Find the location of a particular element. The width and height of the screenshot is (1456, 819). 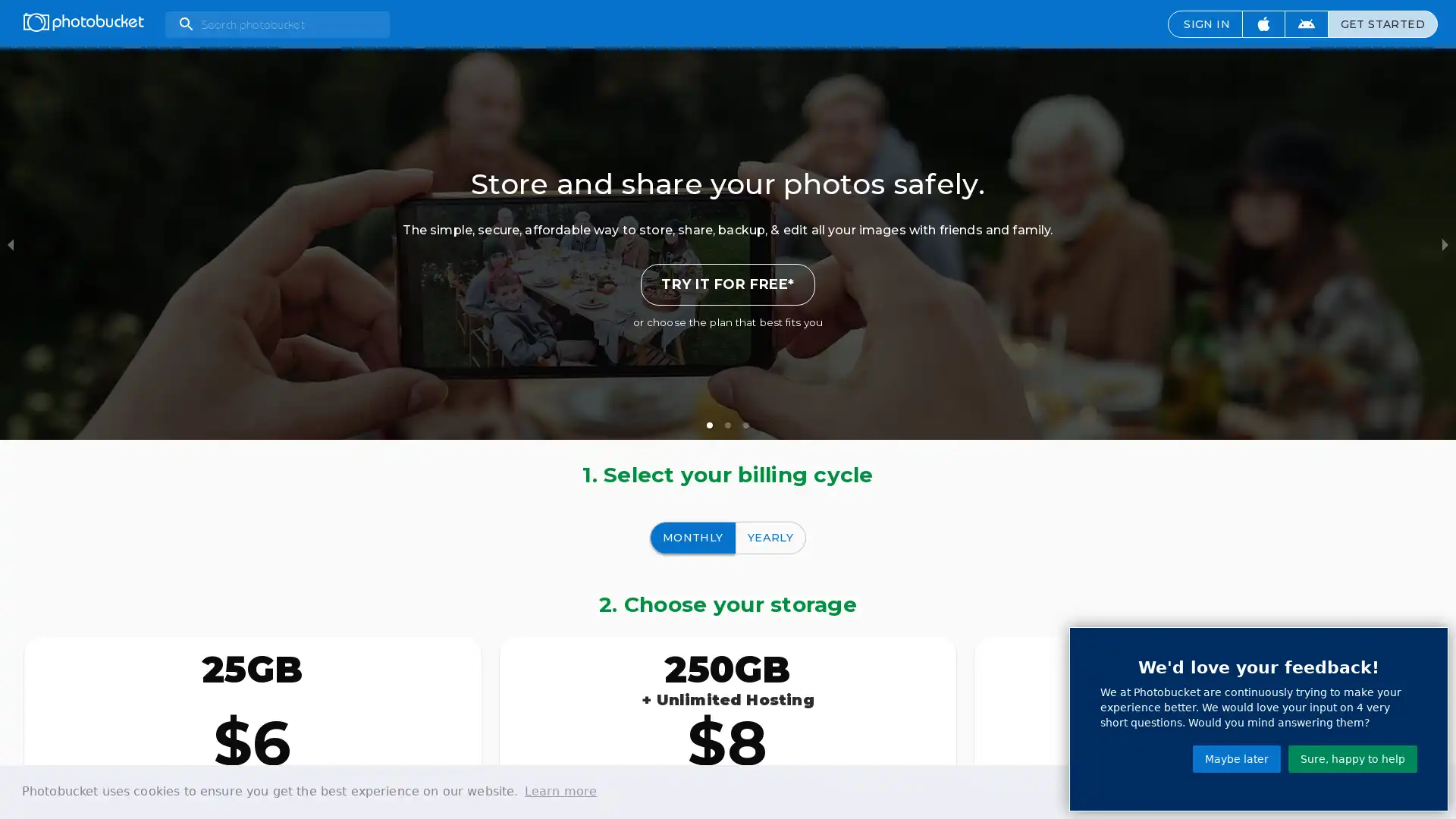

TRY IT FOR FREE* is located at coordinates (726, 284).